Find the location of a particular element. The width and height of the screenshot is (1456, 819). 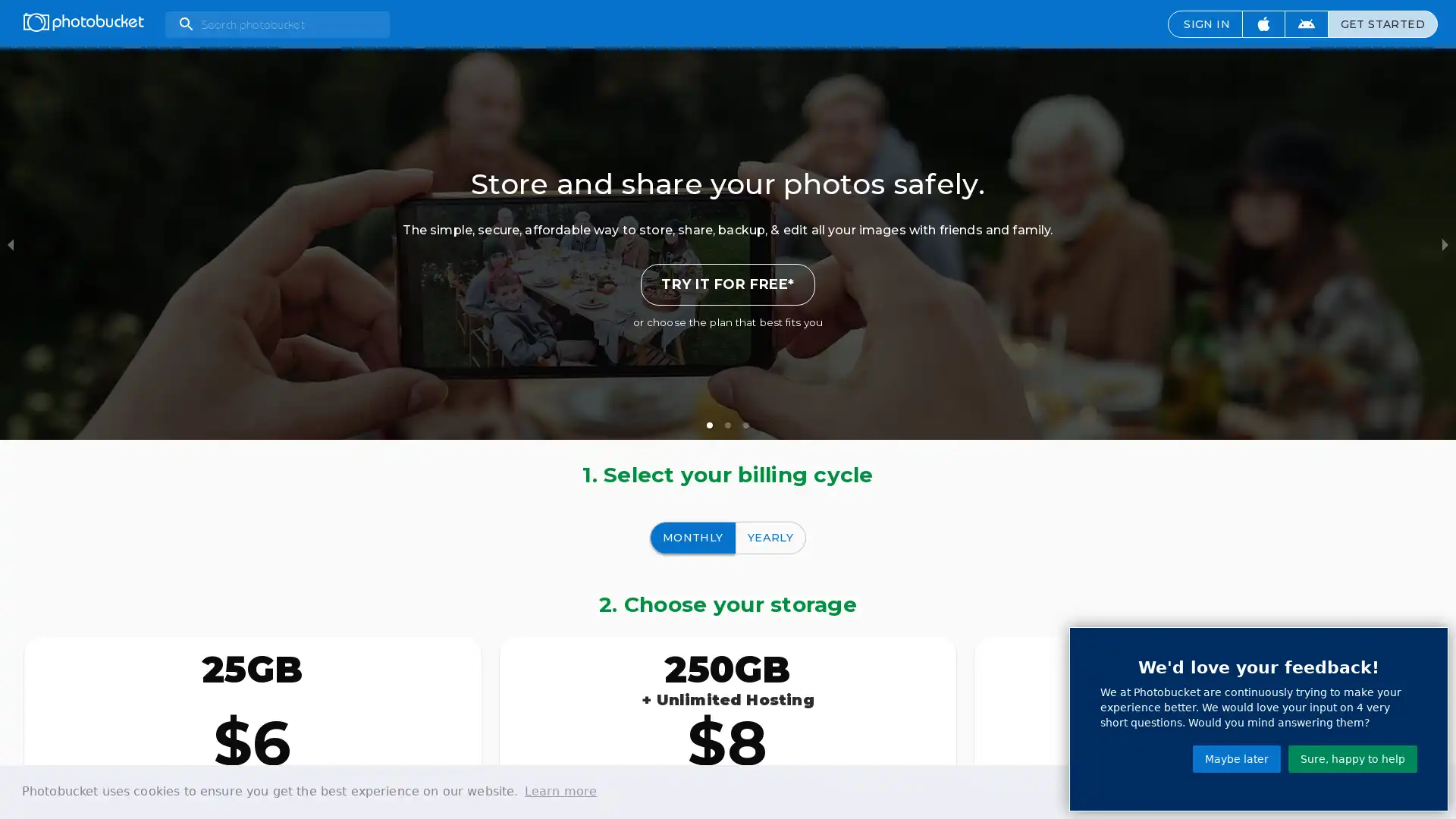

TRY IT FOR FREE* is located at coordinates (726, 284).